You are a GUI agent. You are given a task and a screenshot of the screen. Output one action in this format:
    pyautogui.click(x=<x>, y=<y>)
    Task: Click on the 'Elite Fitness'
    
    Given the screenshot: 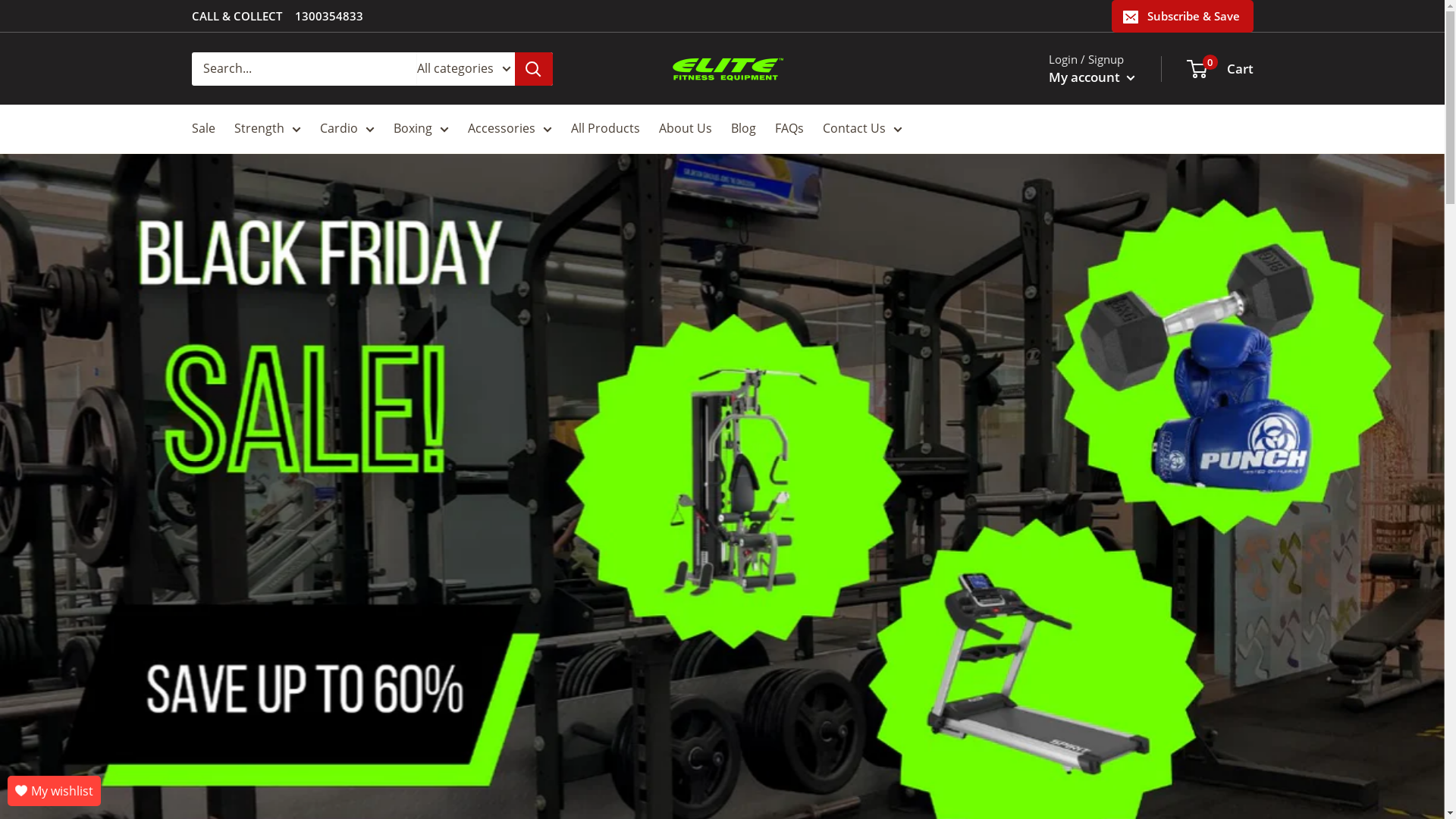 What is the action you would take?
    pyautogui.click(x=726, y=68)
    